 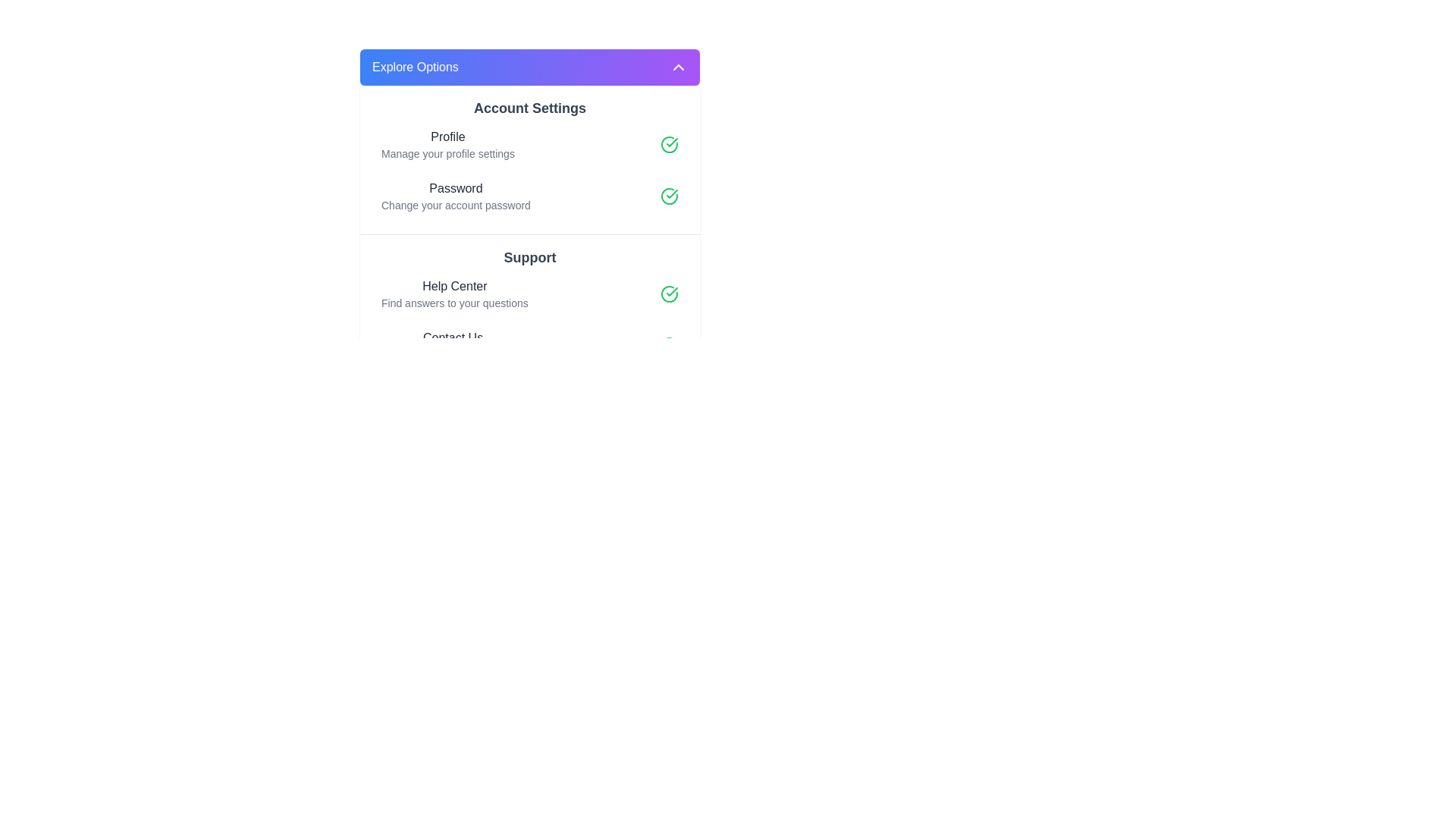 What do you see at coordinates (455, 188) in the screenshot?
I see `the 'Password' text label in the 'Account Settings' section, which is styled with medium font weight and grayish-black color, located centrally above the 'Change your account password' description` at bounding box center [455, 188].